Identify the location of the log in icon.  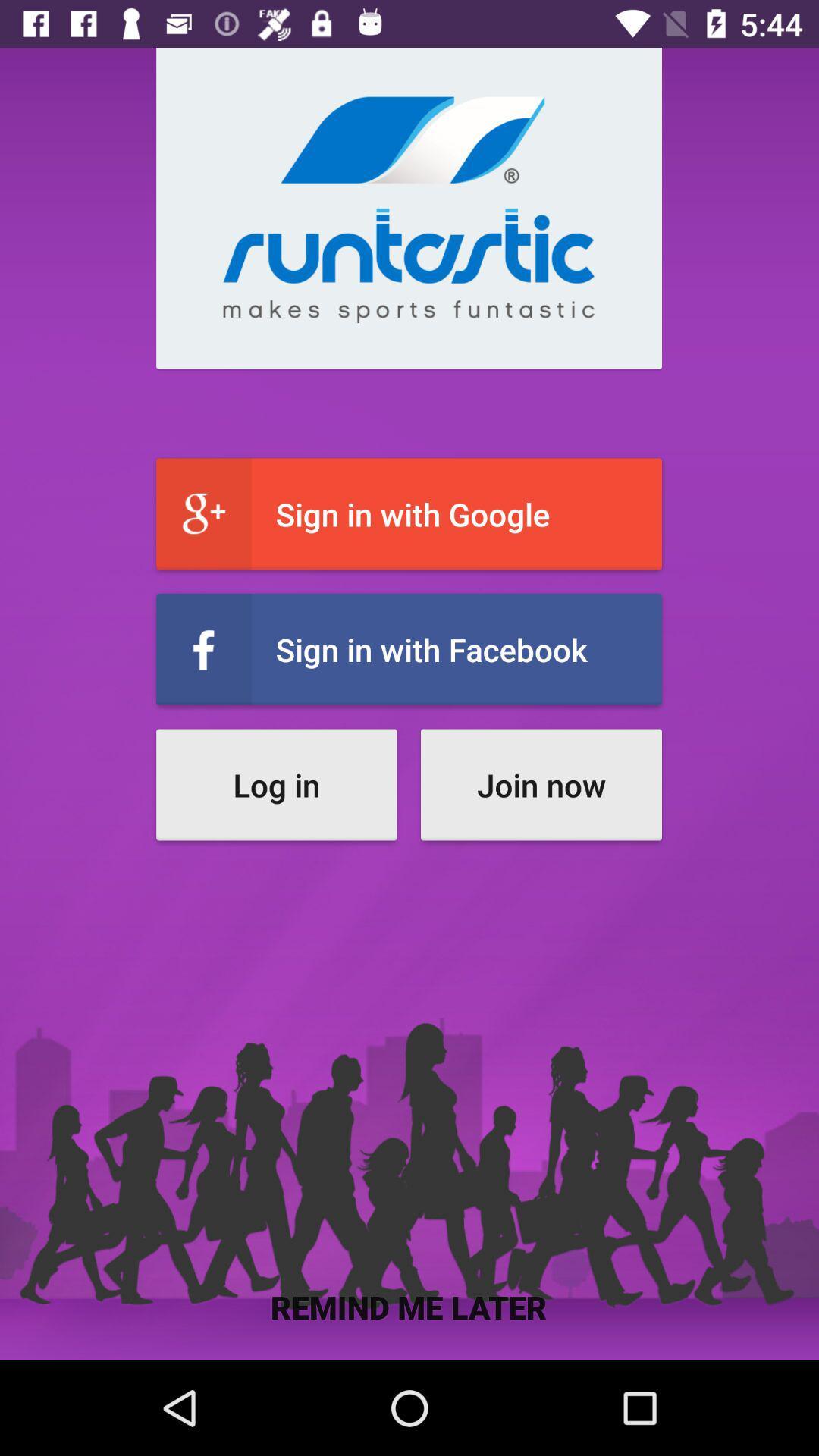
(276, 785).